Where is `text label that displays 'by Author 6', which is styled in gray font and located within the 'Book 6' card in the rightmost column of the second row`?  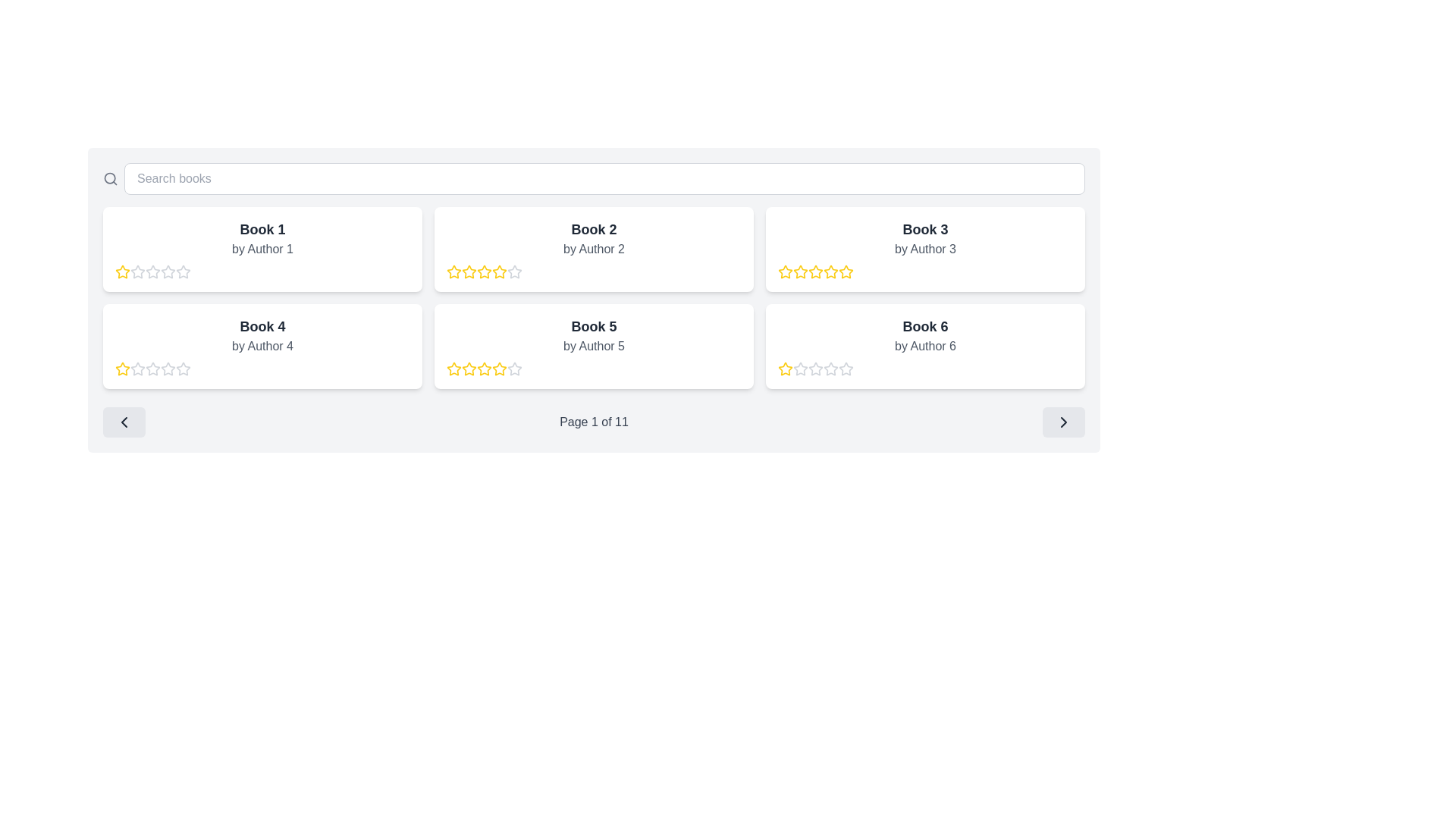
text label that displays 'by Author 6', which is styled in gray font and located within the 'Book 6' card in the rightmost column of the second row is located at coordinates (924, 346).